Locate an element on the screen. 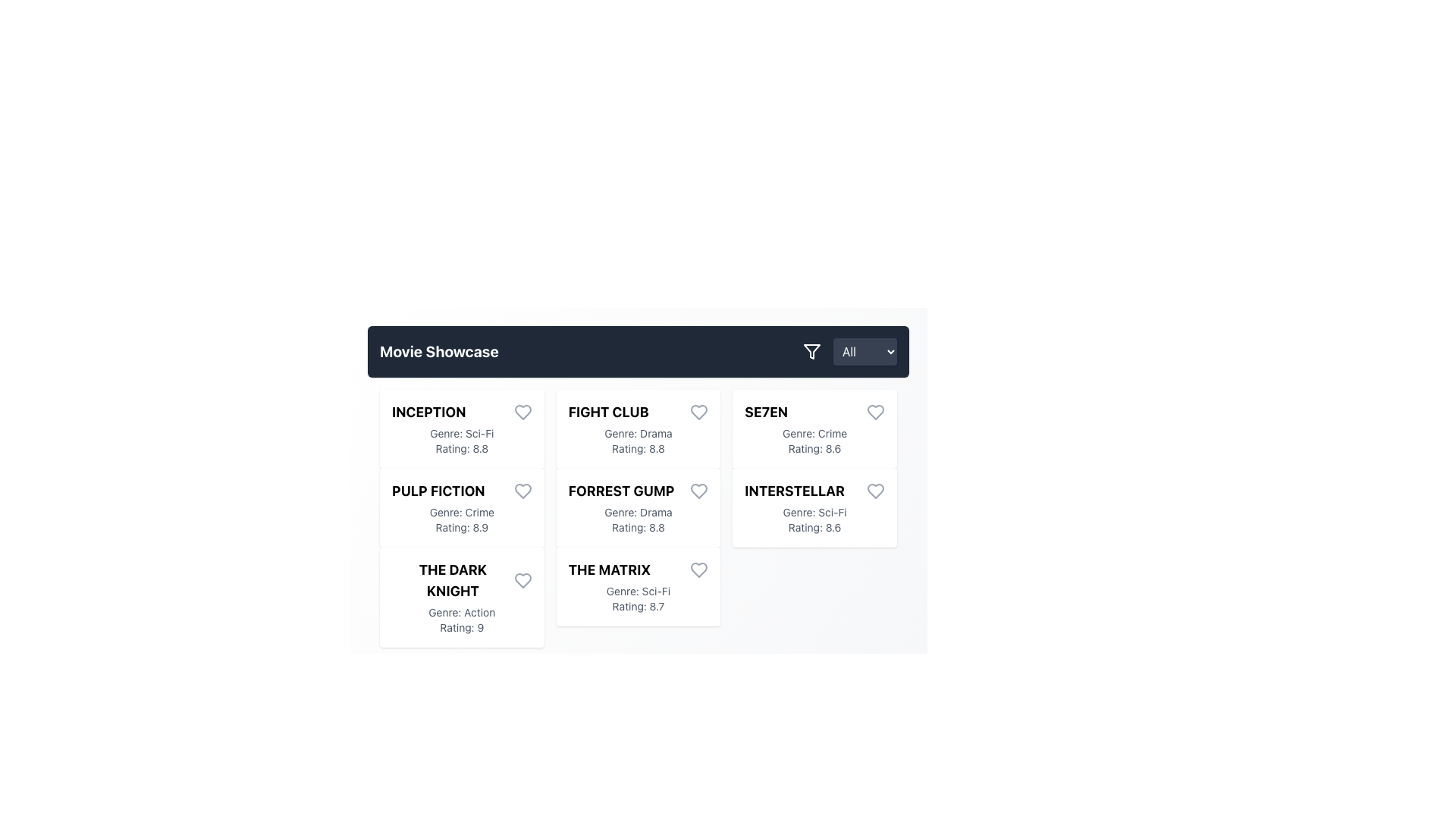 The image size is (1456, 819). the heart-shaped icon representing the 'favorite' function for the movie 'Forrest Gump' to trigger the hover effect is located at coordinates (698, 491).